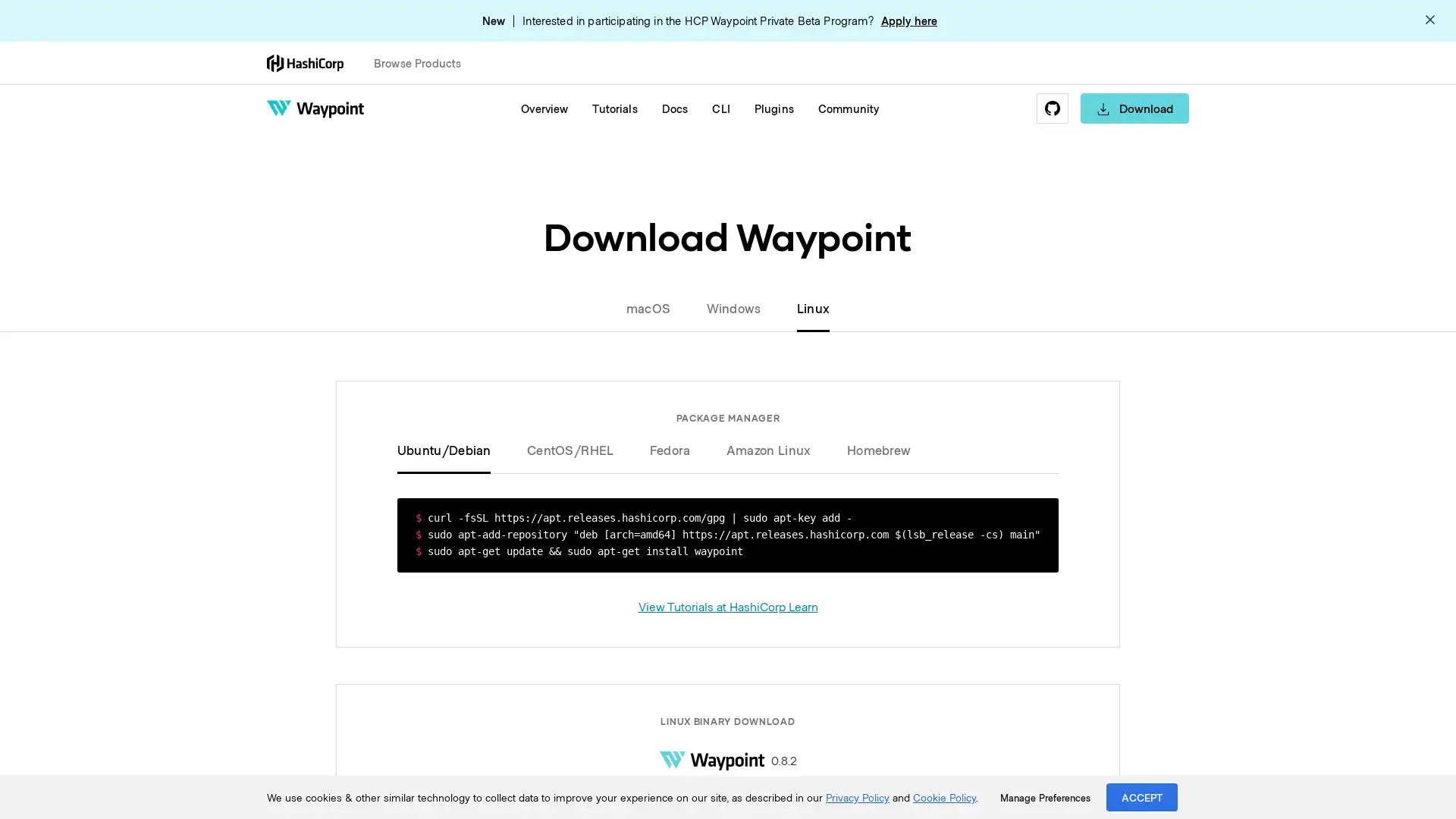 Image resolution: width=1456 pixels, height=819 pixels. Describe the element at coordinates (1429, 20) in the screenshot. I see `Dismiss alert` at that location.